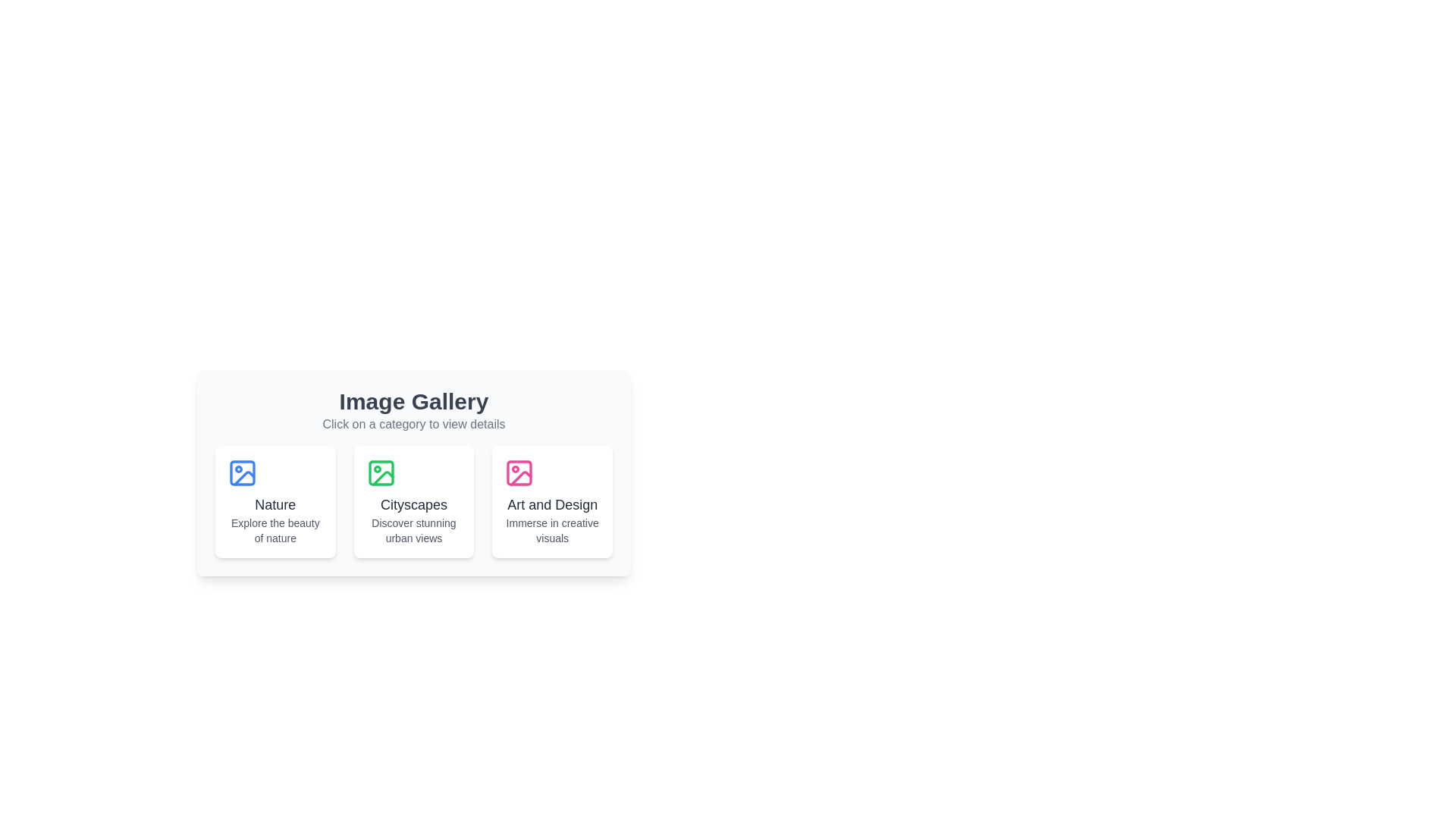 Image resolution: width=1456 pixels, height=819 pixels. Describe the element at coordinates (414, 502) in the screenshot. I see `the Interactive card representing the category 'Cityscapes' in the grid` at that location.